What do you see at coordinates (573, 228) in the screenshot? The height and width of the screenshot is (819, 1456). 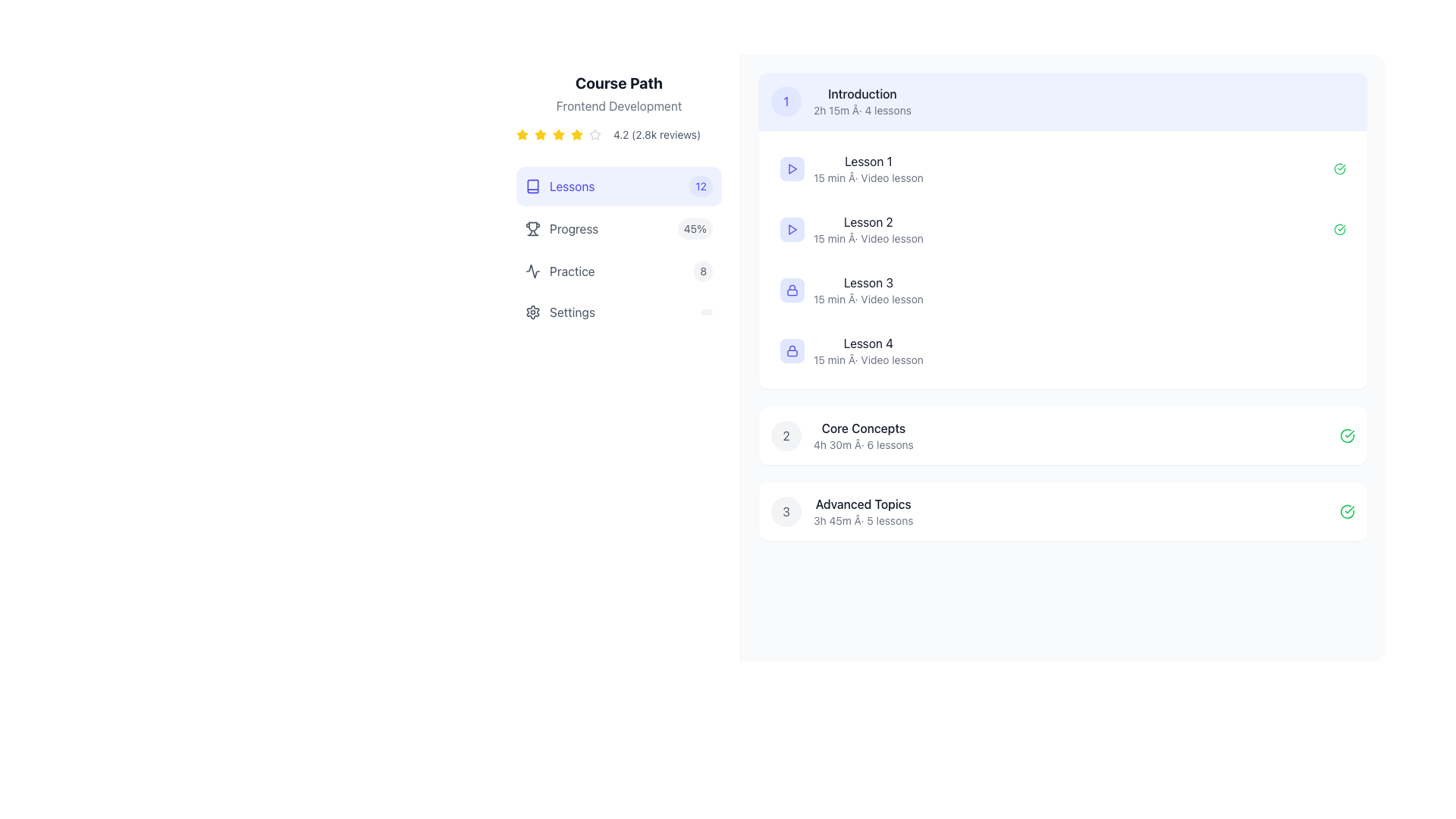 I see `the second Text label in the navigation menu that indicates tracking the progress of a course, located below the 'Lessons' item and above the 'Practice' item` at bounding box center [573, 228].